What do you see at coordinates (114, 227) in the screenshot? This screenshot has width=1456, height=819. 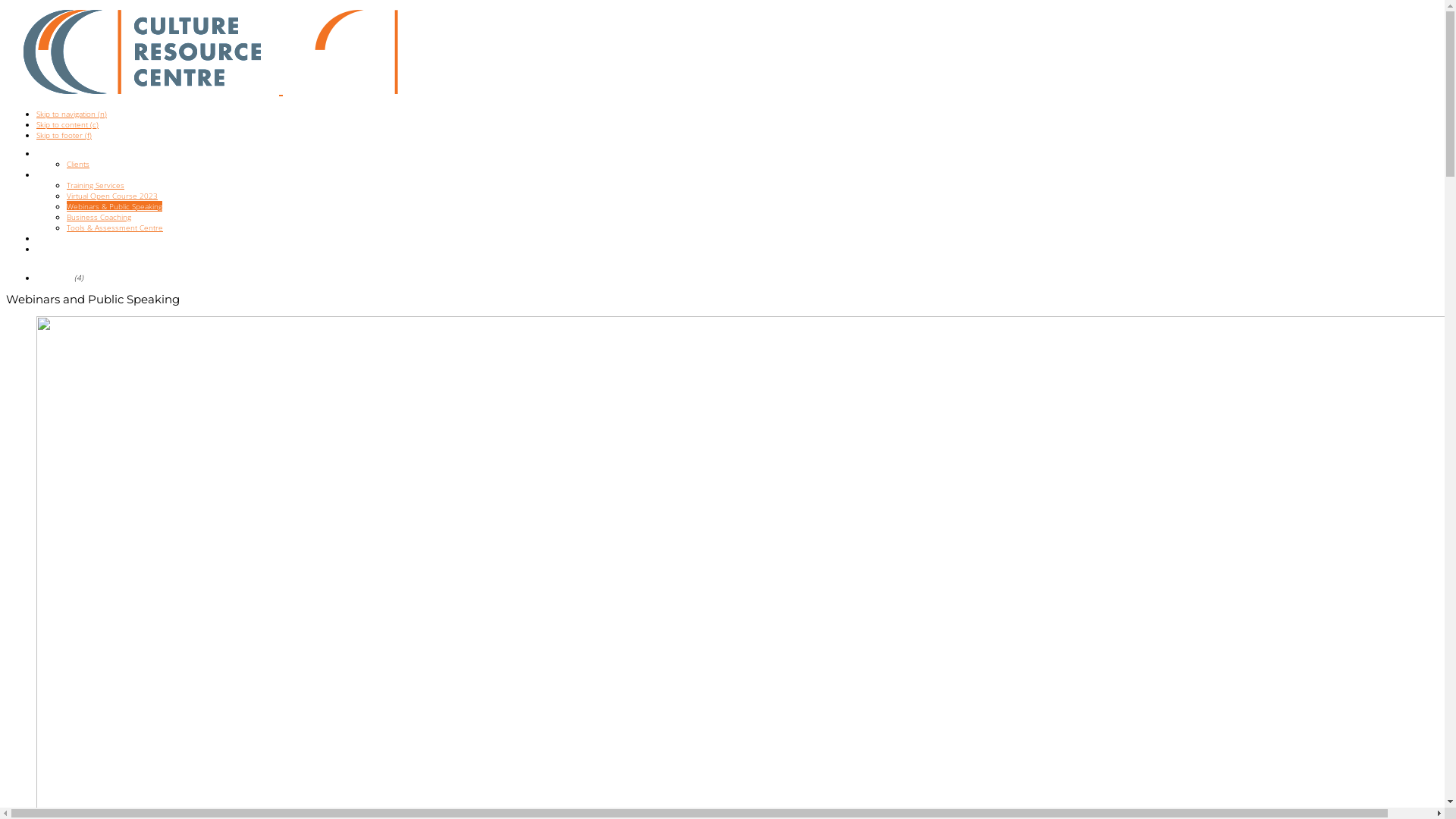 I see `'Tools & Assessment Centre'` at bounding box center [114, 227].